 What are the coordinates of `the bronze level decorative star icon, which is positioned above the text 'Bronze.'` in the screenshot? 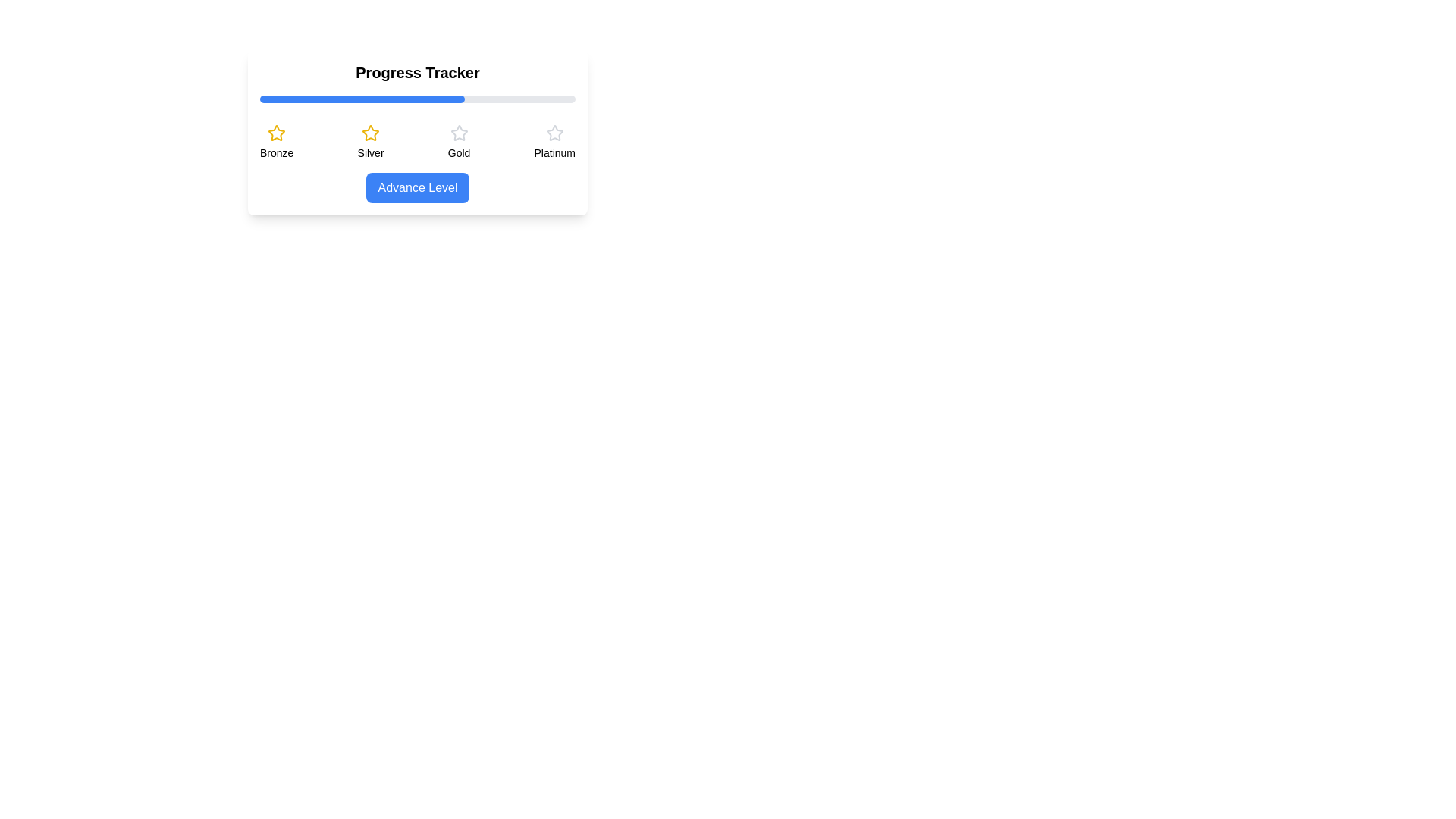 It's located at (277, 133).